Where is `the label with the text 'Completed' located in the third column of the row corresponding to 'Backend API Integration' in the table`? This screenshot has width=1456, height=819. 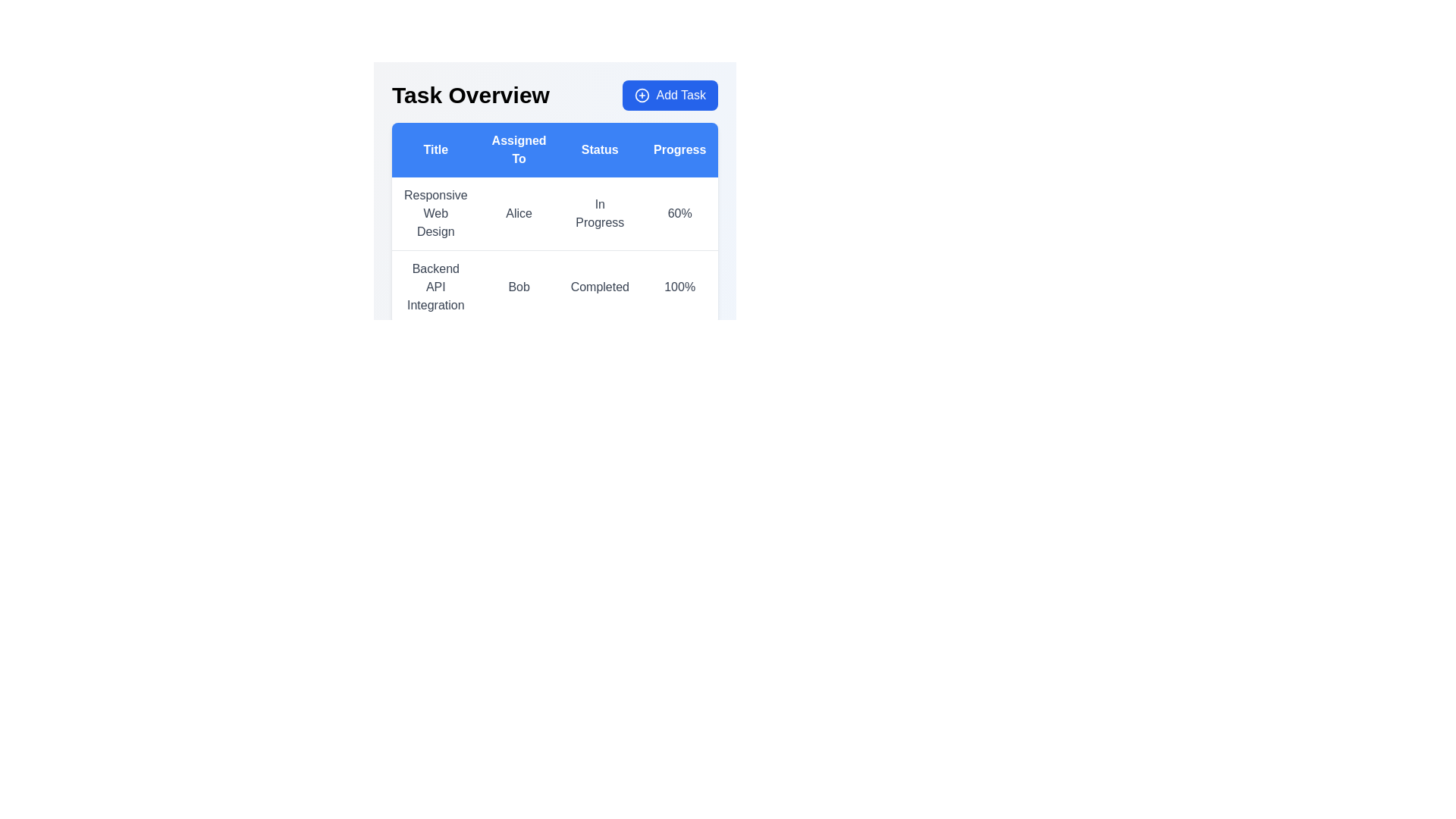
the label with the text 'Completed' located in the third column of the row corresponding to 'Backend API Integration' in the table is located at coordinates (599, 287).